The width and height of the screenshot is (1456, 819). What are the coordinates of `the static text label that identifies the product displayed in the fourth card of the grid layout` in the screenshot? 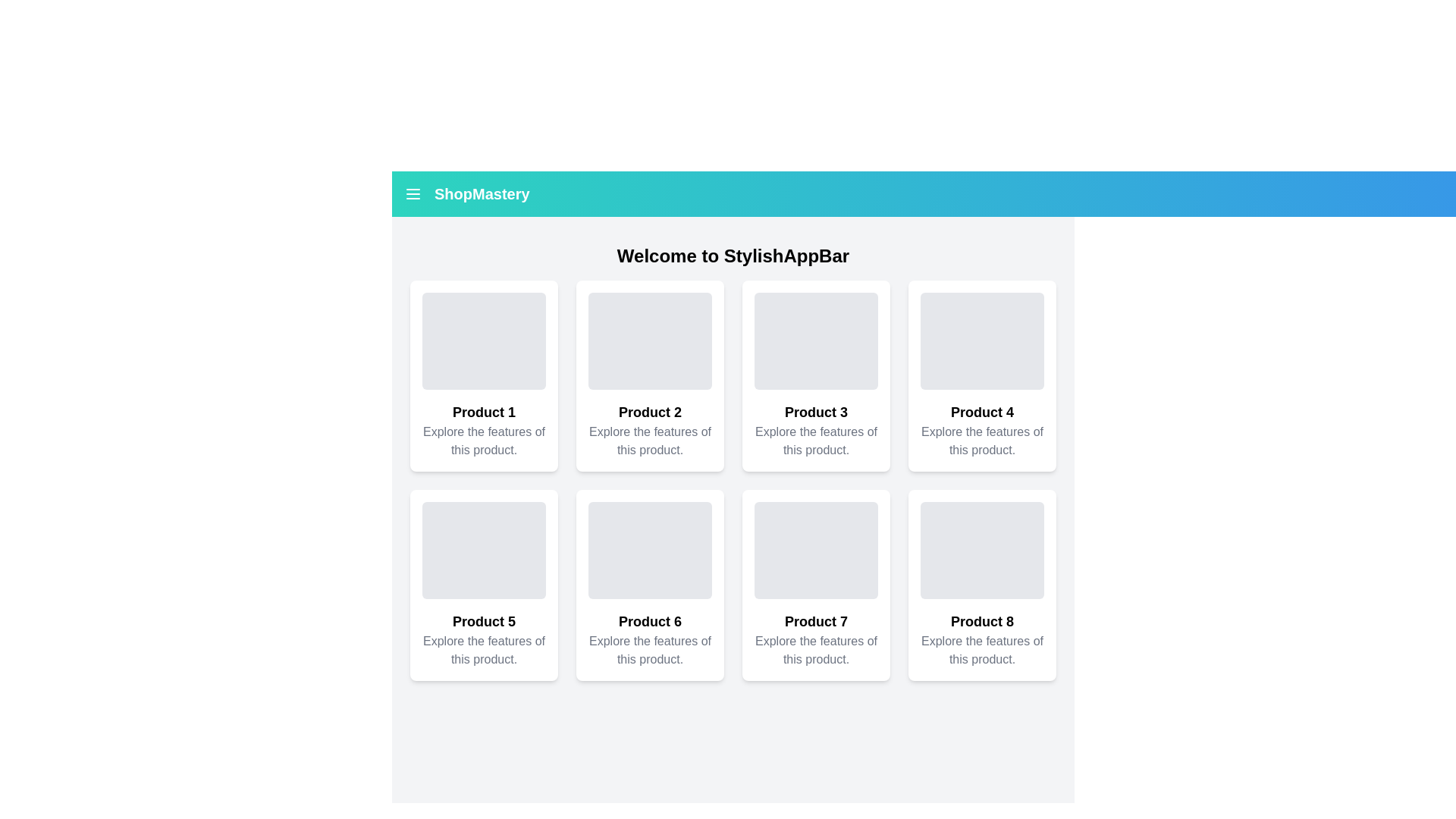 It's located at (982, 412).